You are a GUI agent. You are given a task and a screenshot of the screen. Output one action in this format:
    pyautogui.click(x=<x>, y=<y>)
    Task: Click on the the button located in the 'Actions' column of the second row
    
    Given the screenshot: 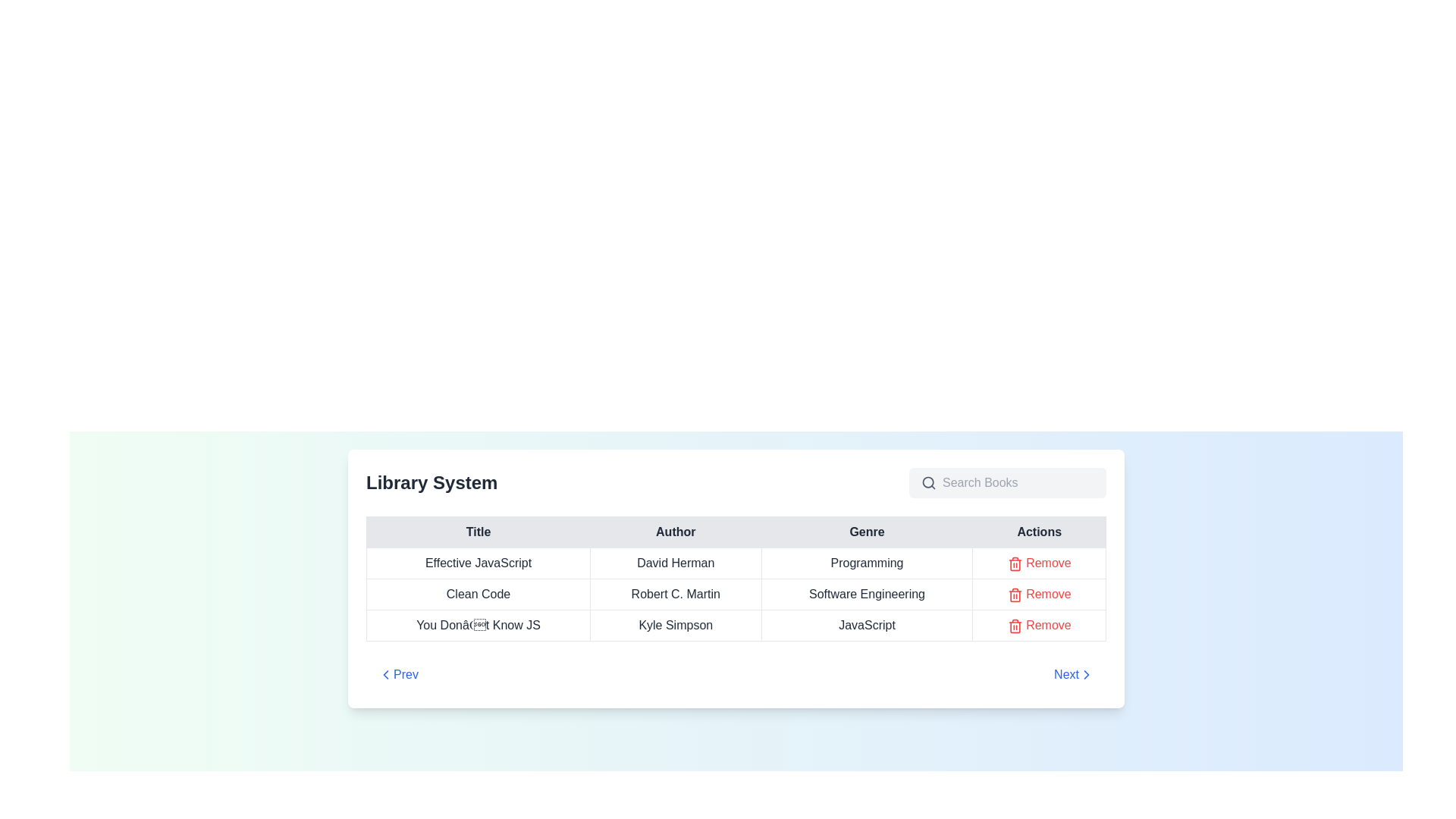 What is the action you would take?
    pyautogui.click(x=1038, y=593)
    